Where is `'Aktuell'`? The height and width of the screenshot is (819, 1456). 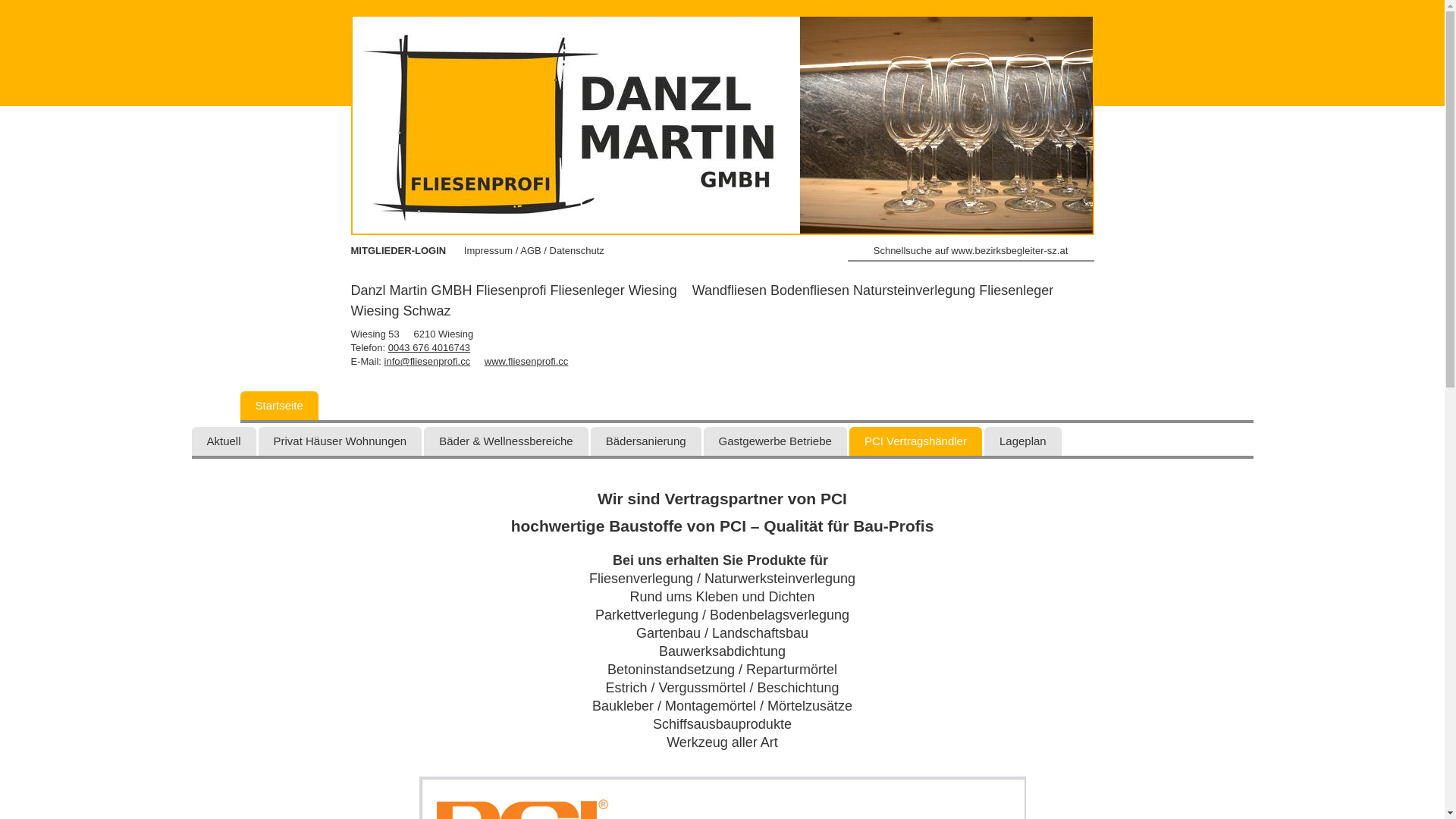 'Aktuell' is located at coordinates (222, 441).